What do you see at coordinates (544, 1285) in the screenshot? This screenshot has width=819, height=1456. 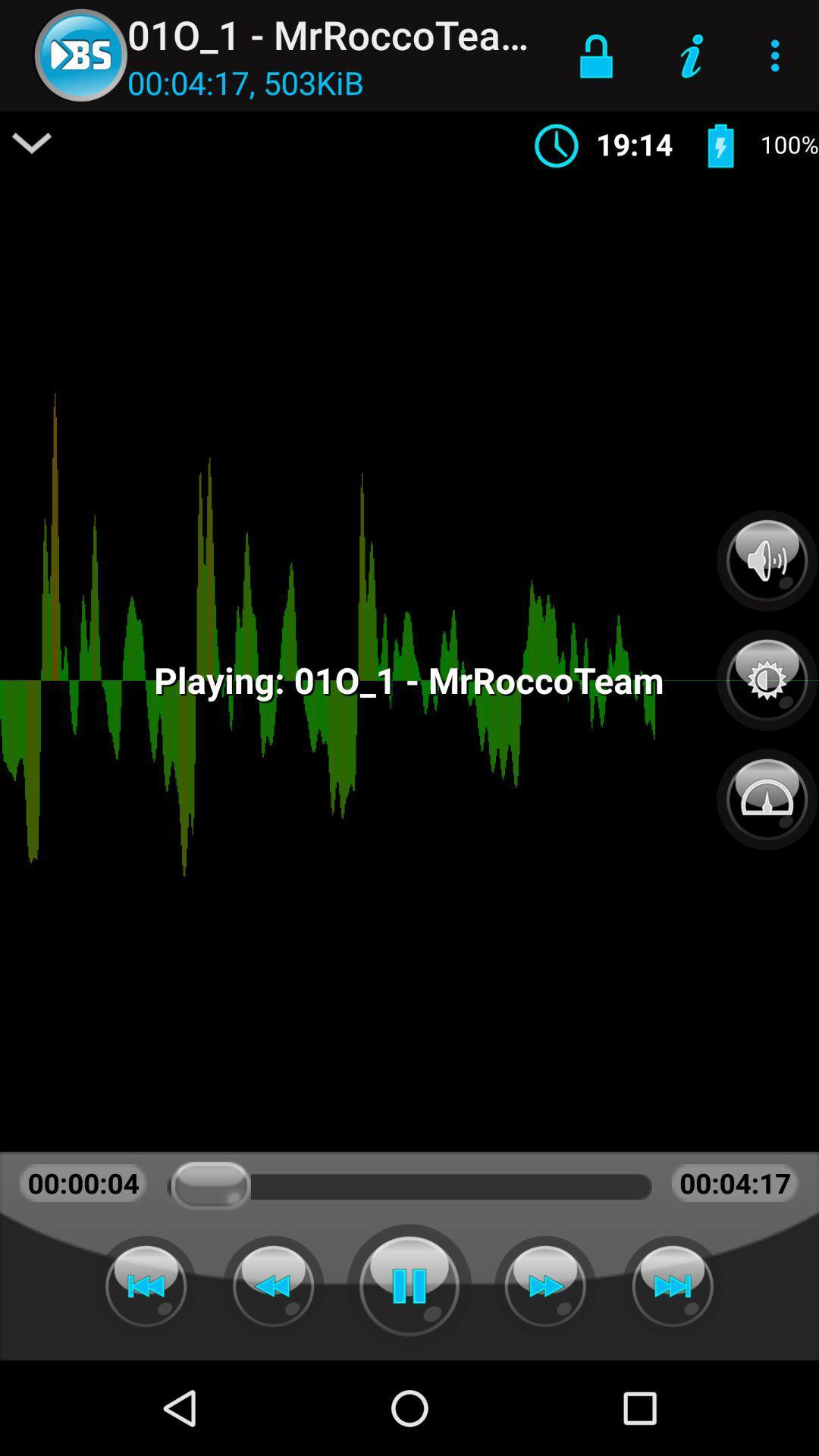 I see `forward button` at bounding box center [544, 1285].